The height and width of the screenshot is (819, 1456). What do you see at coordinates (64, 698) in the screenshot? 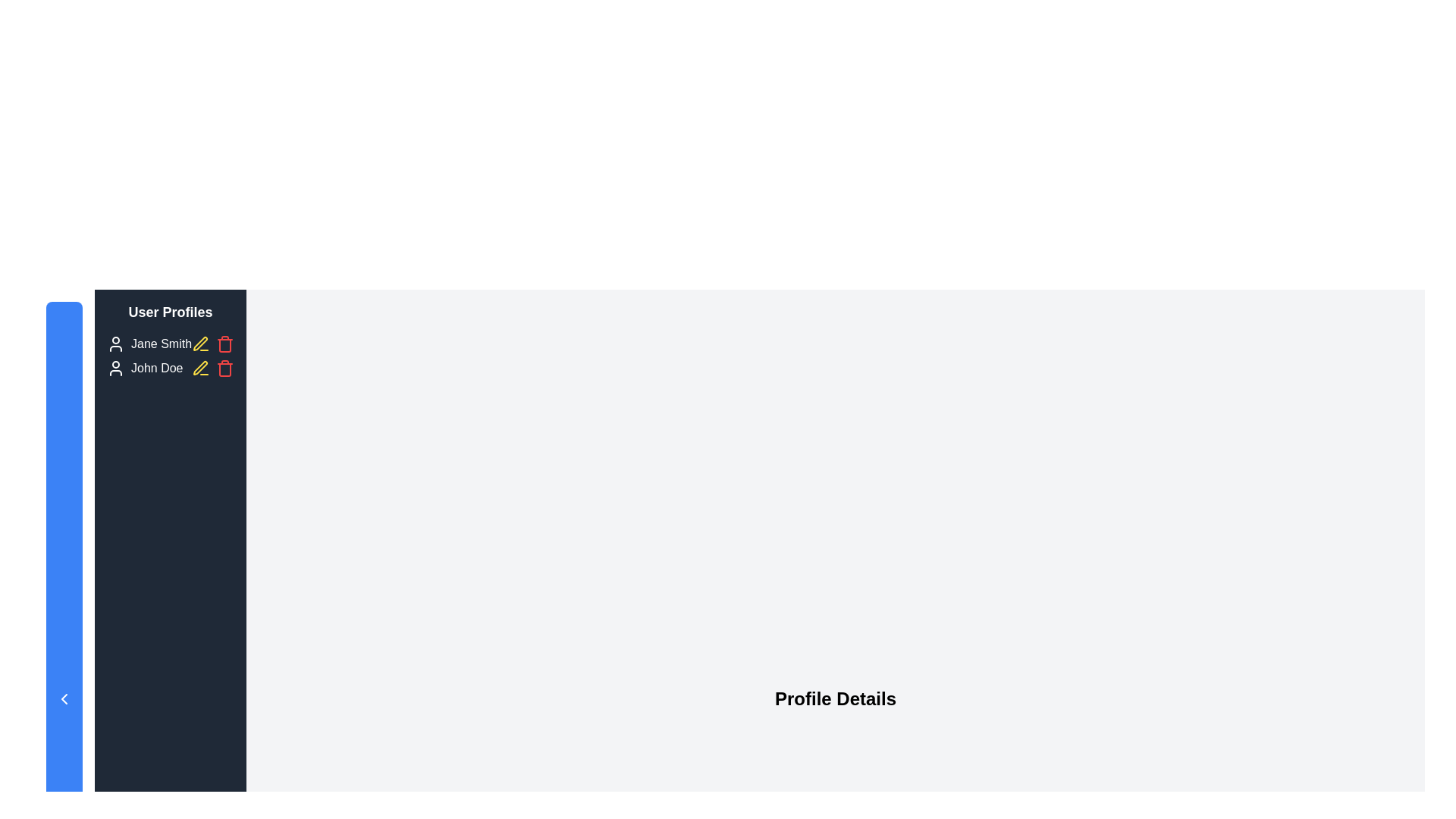
I see `the left chevron icon located in the left vertical blue panel near the bottom` at bounding box center [64, 698].